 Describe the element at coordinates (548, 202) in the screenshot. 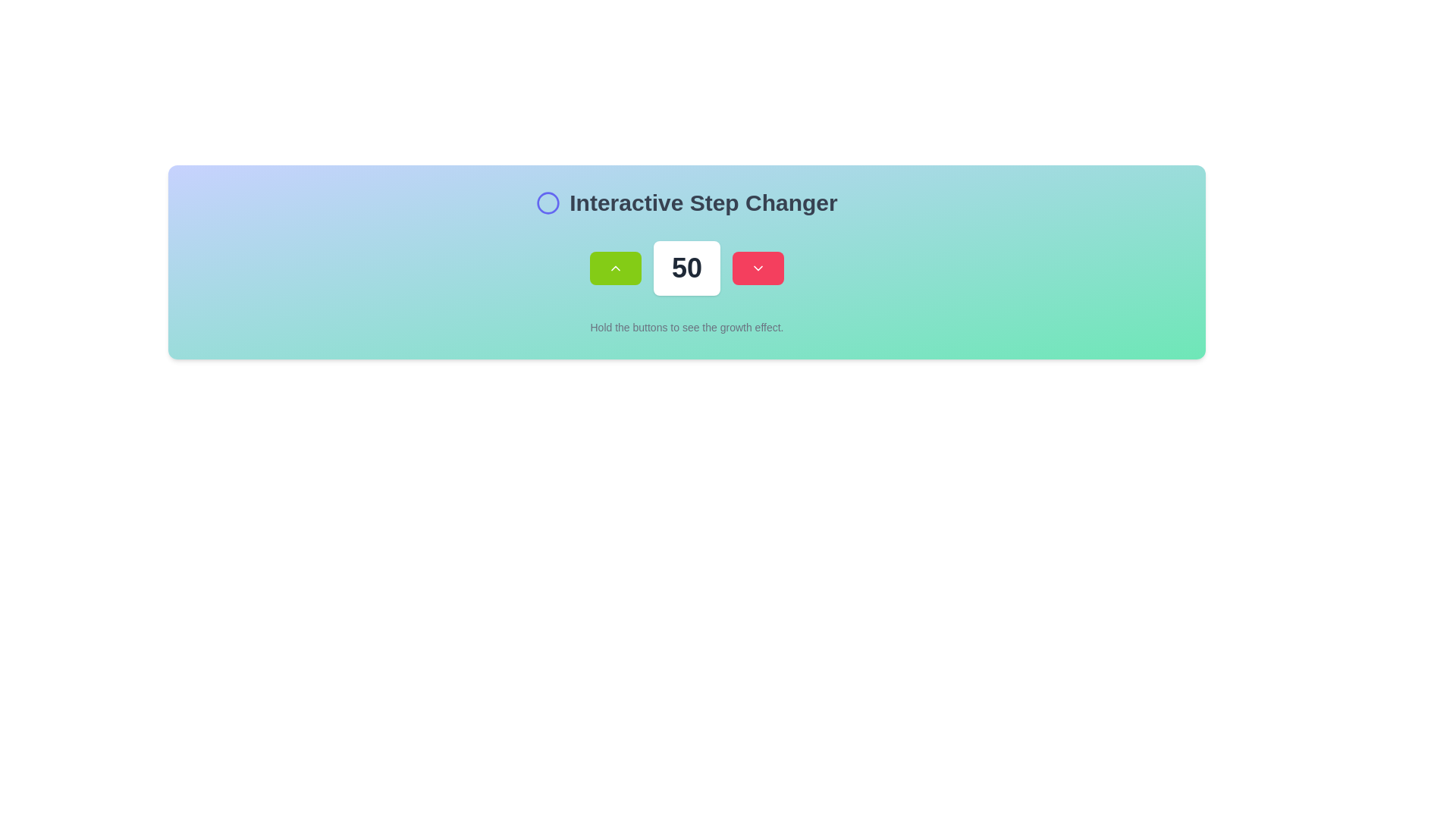

I see `the decorative Circle (SVG) element located to the left of the 'Interactive Step Changer' label` at that location.